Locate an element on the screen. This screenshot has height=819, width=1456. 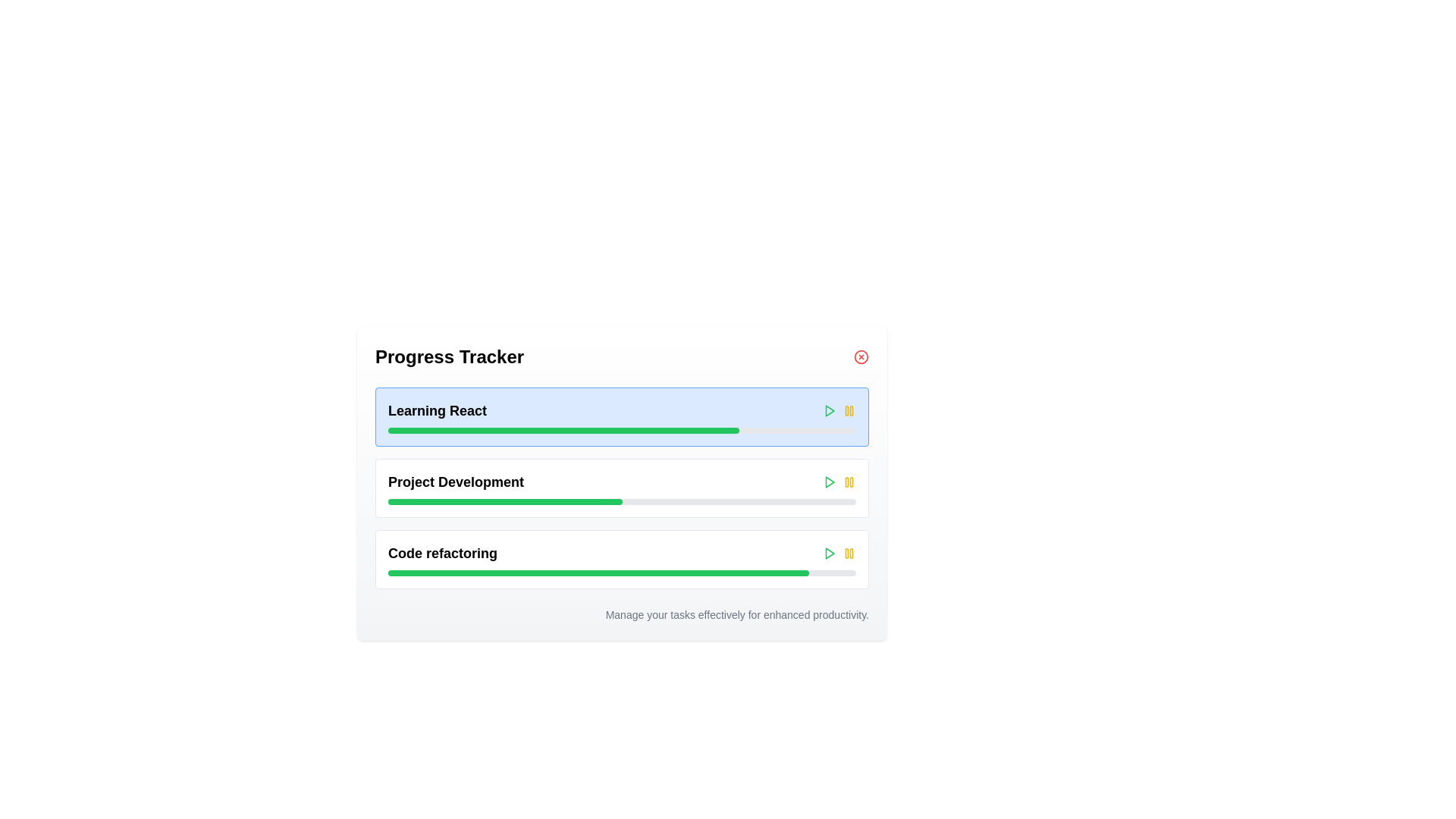
the play button located in the third row of the progress tracker section, aligned to the right of the 'Code refactoring' label, to initiate the play action is located at coordinates (829, 553).